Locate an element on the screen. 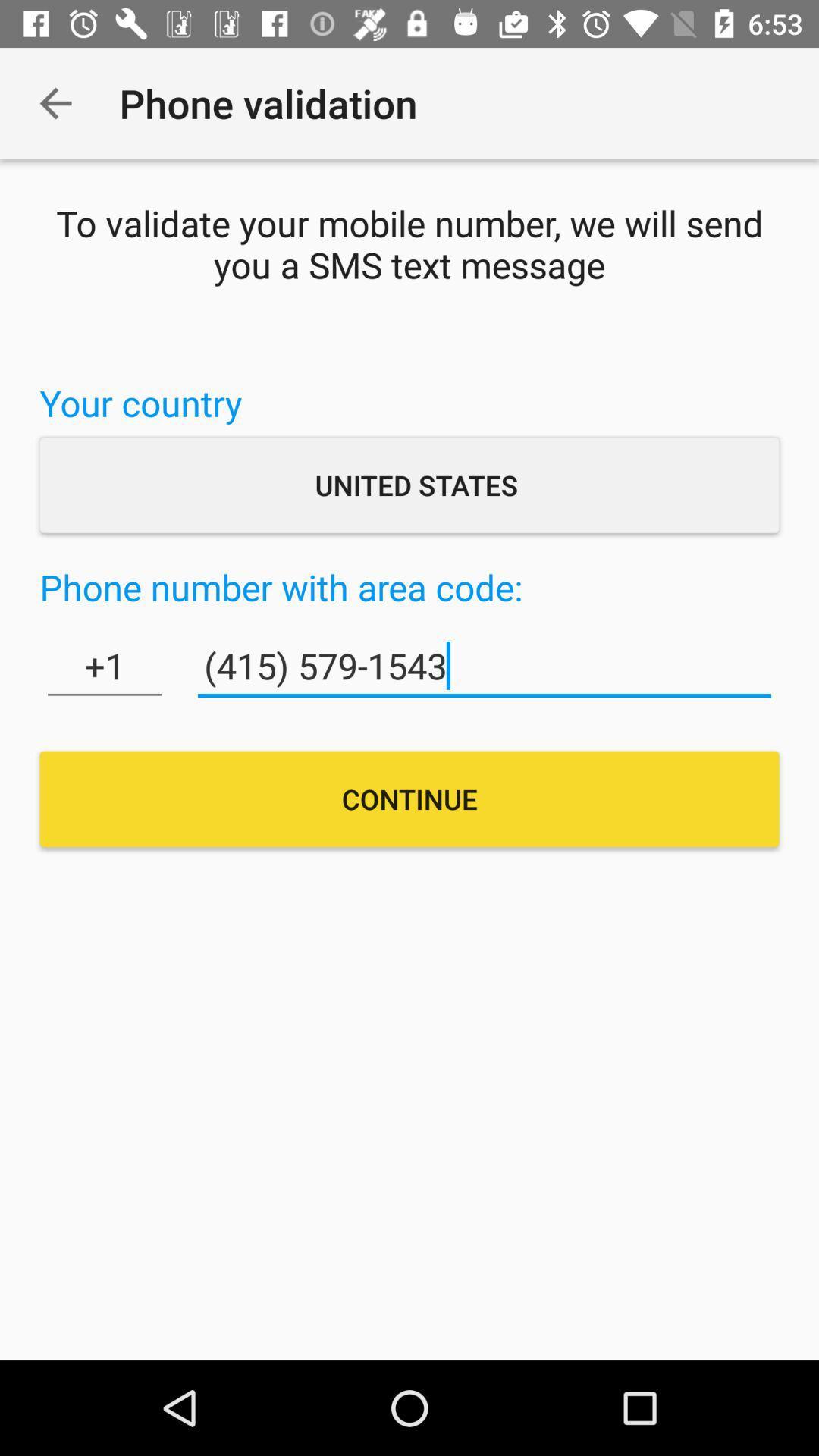 The height and width of the screenshot is (1456, 819). (415) 579-1543 is located at coordinates (485, 666).